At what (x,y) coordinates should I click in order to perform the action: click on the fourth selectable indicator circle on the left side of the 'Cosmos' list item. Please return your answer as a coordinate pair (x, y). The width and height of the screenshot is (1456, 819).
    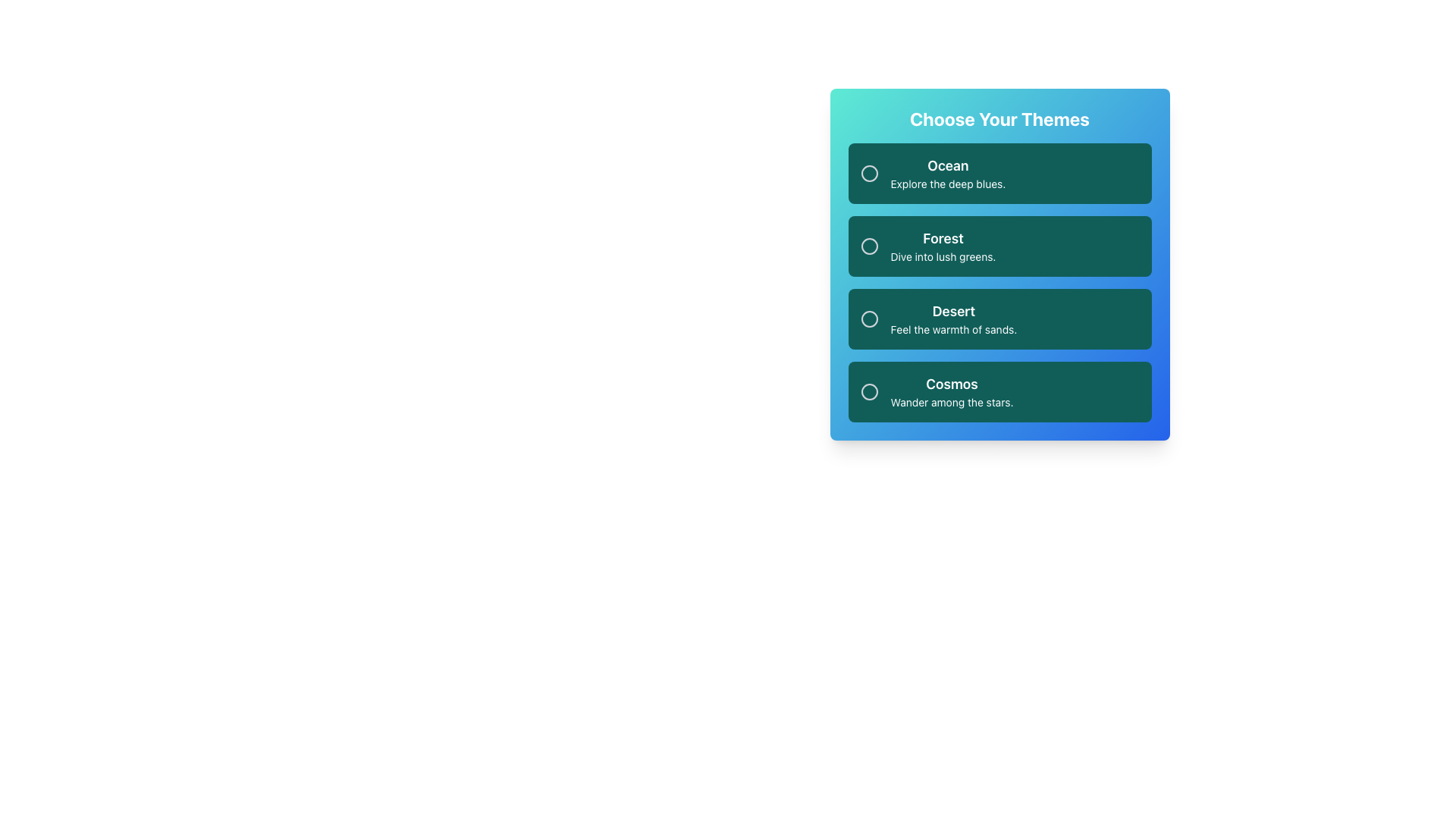
    Looking at the image, I should click on (869, 391).